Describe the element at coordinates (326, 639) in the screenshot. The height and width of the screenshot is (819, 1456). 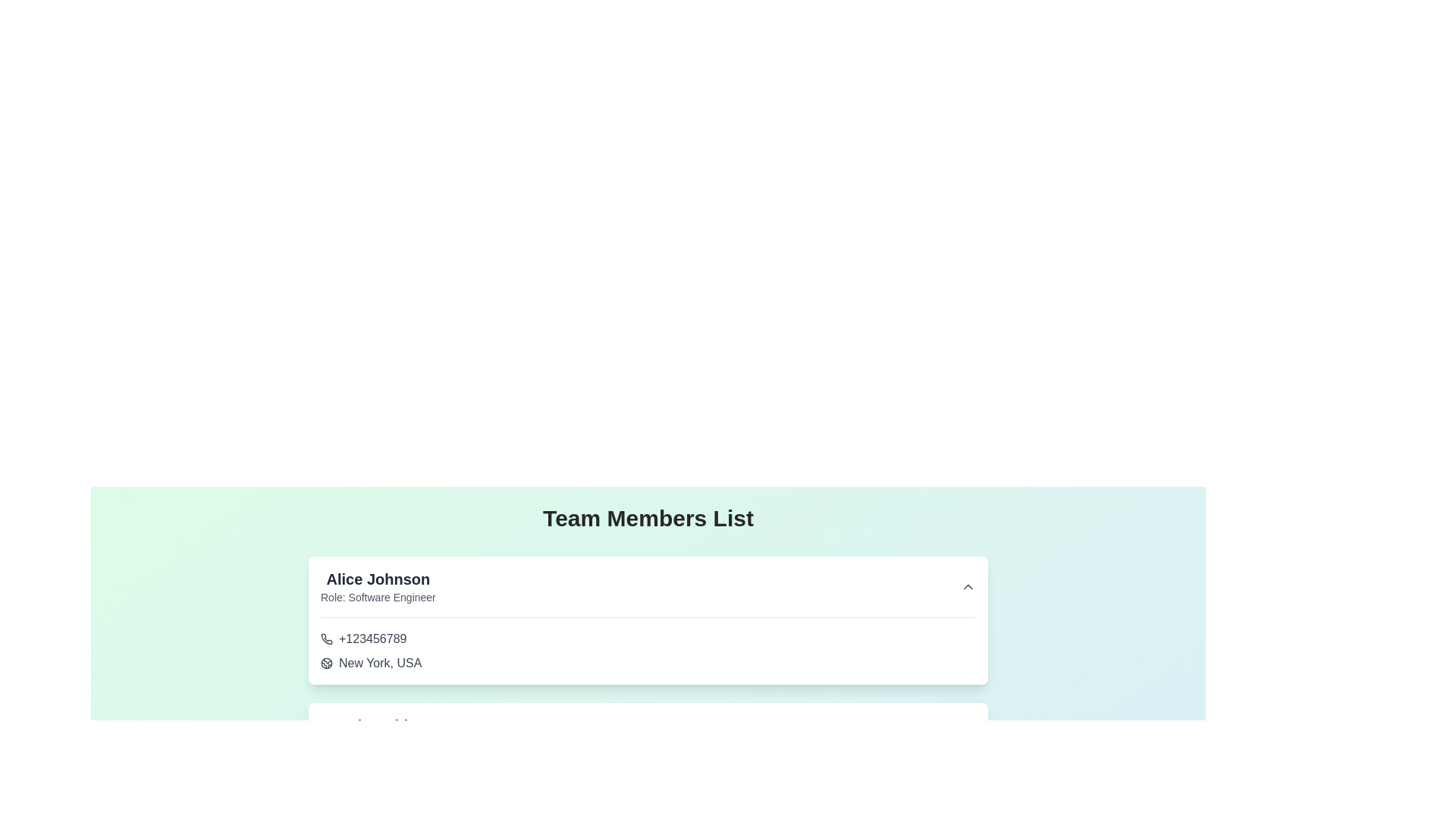
I see `the phone icon located in the upper section of the contact card, immediately to the left of the phone number '+123456789'` at that location.